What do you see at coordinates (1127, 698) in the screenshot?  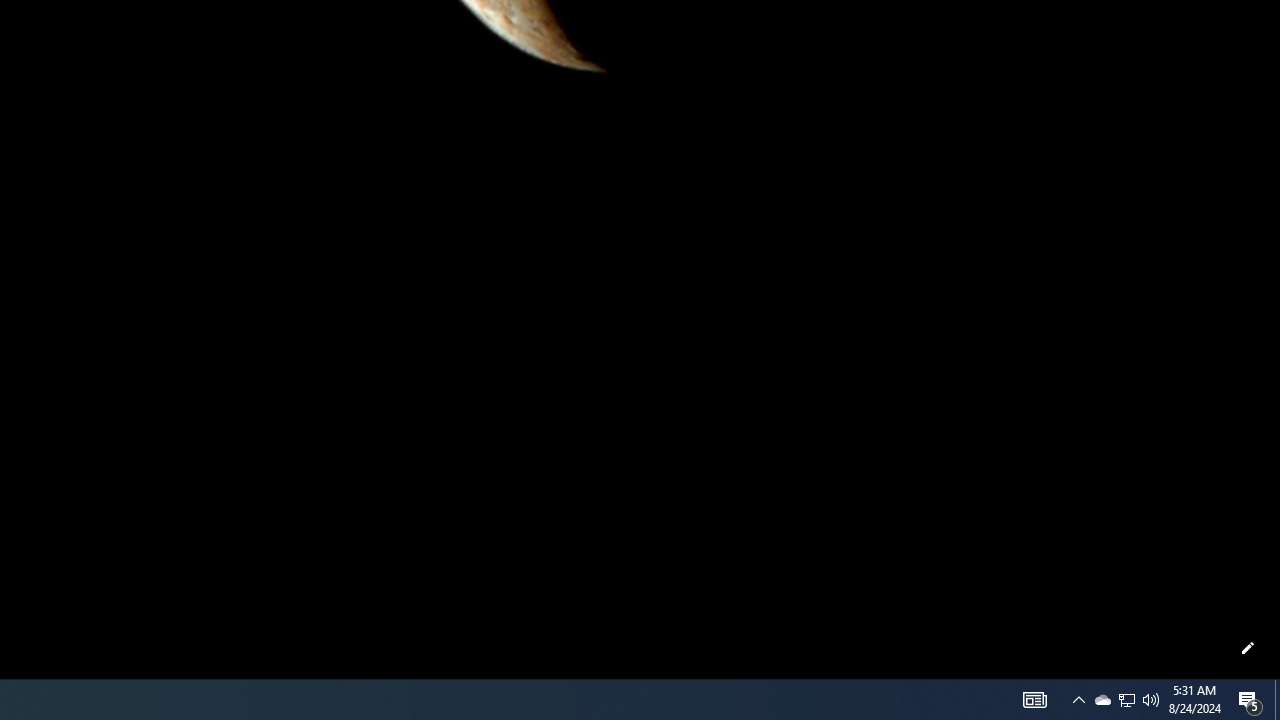 I see `'User Promoted Notification Area'` at bounding box center [1127, 698].